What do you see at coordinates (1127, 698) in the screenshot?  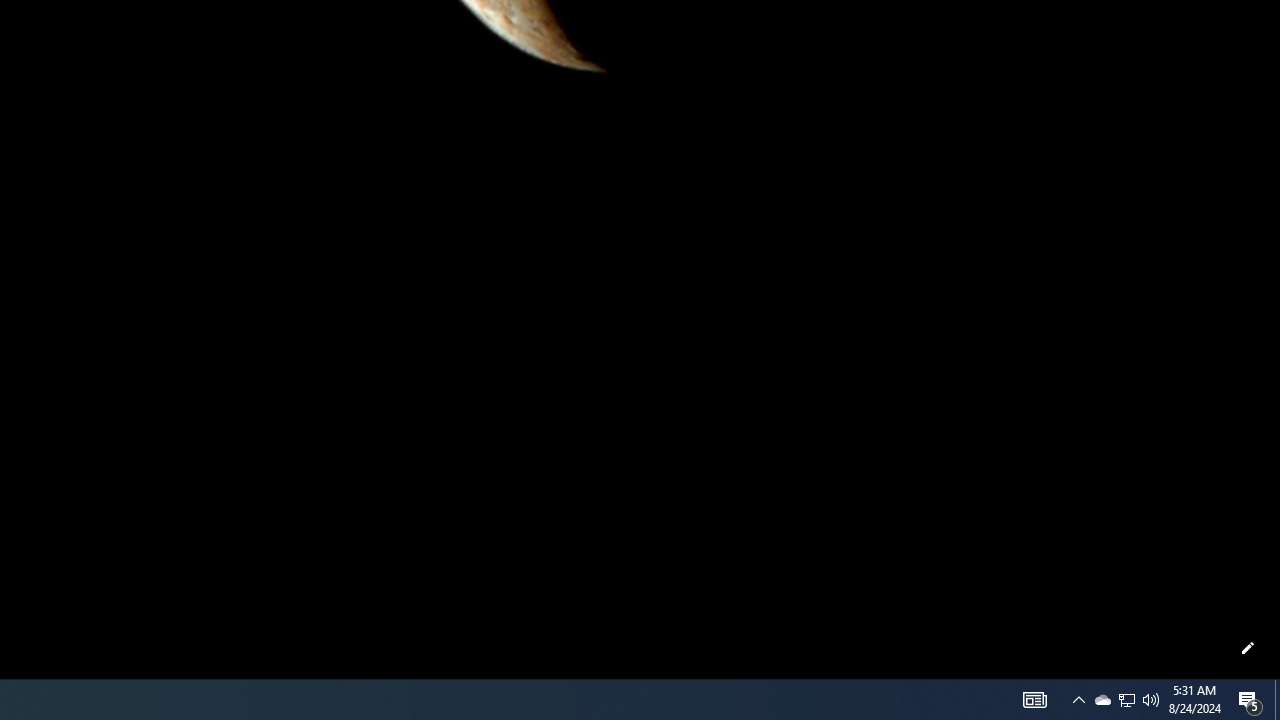 I see `'User Promoted Notification Area'` at bounding box center [1127, 698].